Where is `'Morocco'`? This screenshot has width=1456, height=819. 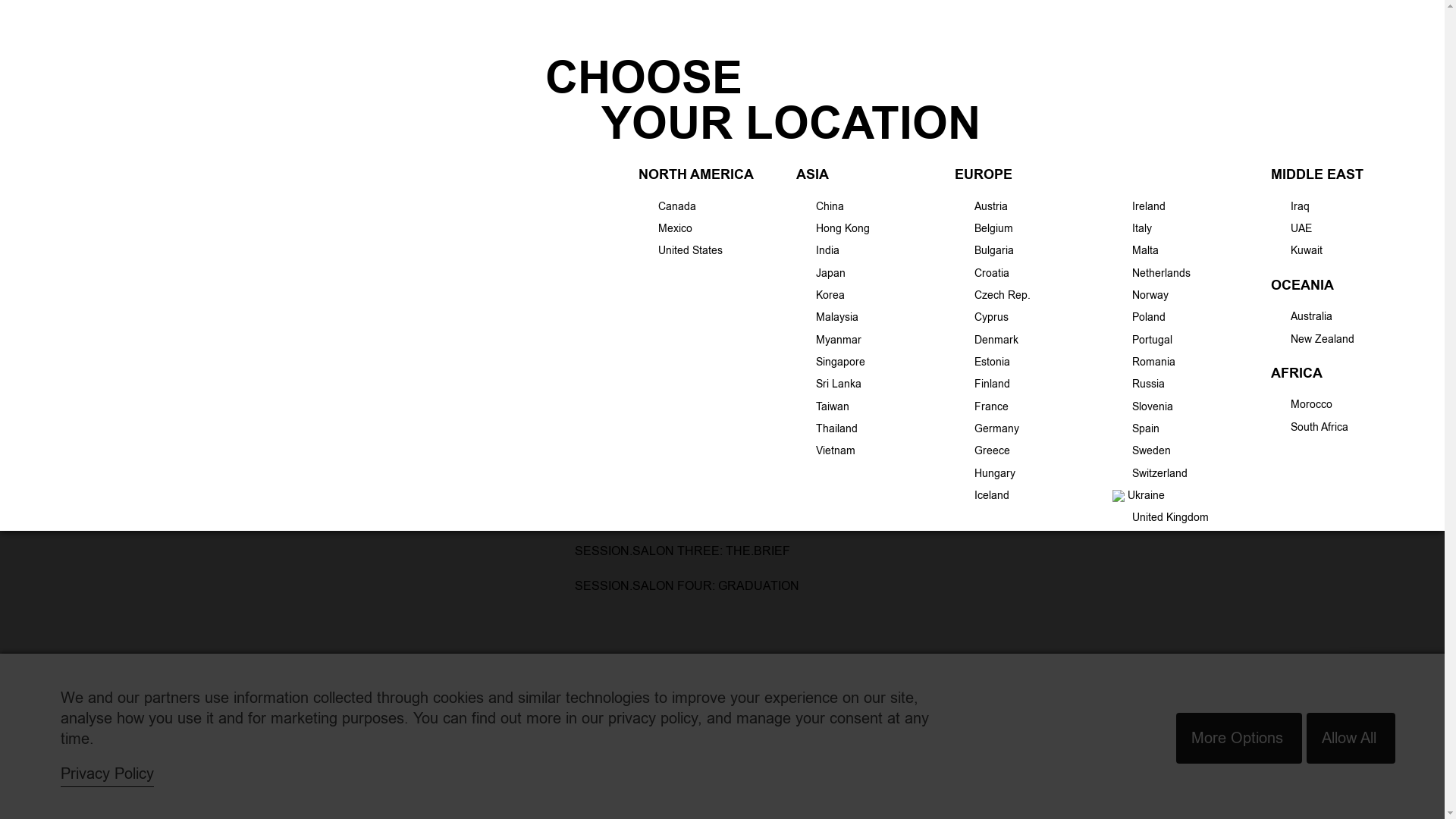
'Morocco' is located at coordinates (1301, 403).